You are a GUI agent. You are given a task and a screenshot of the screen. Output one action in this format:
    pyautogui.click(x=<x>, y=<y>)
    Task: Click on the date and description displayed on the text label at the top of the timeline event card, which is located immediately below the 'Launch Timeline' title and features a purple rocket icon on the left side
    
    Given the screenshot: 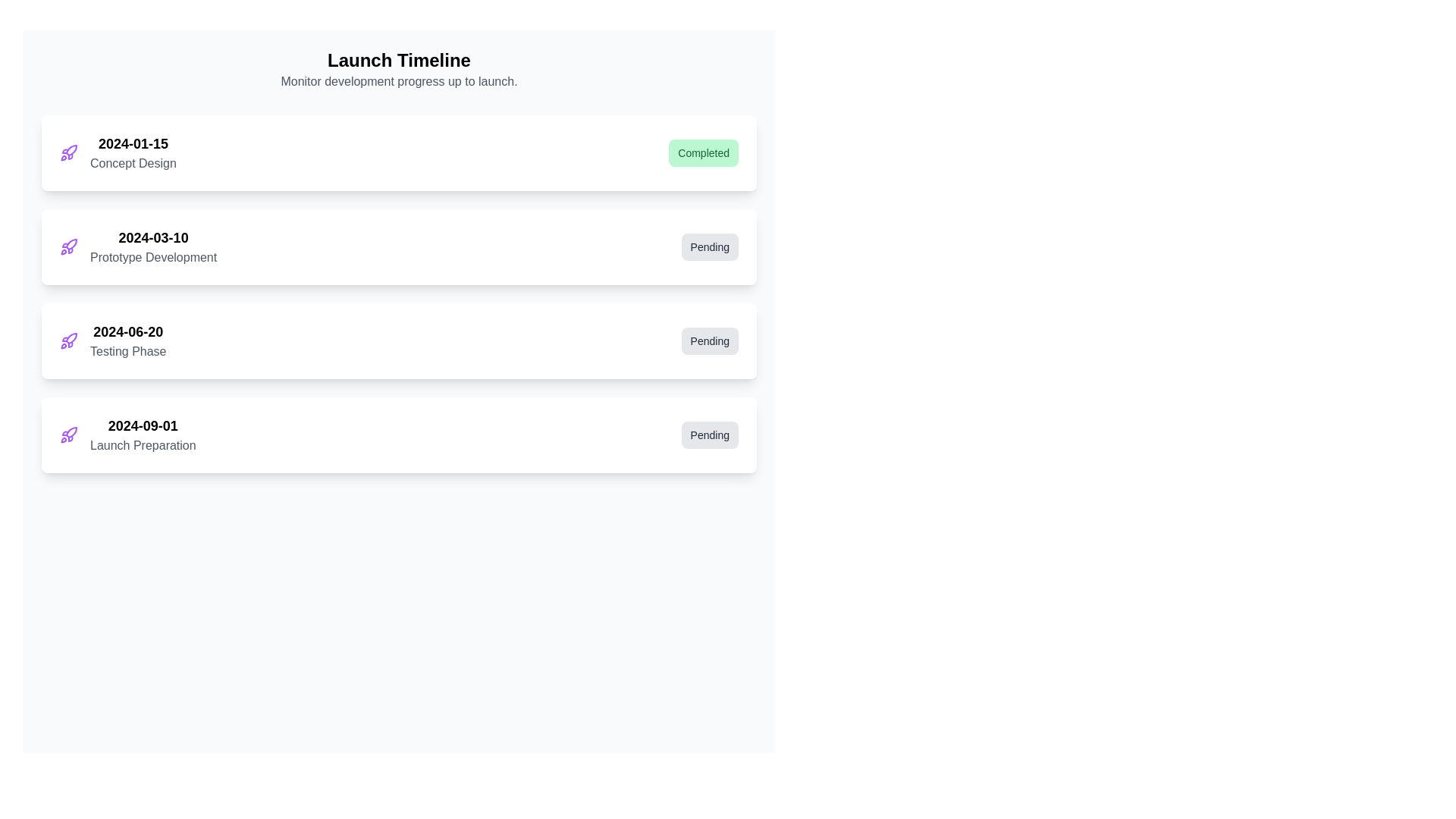 What is the action you would take?
    pyautogui.click(x=133, y=152)
    